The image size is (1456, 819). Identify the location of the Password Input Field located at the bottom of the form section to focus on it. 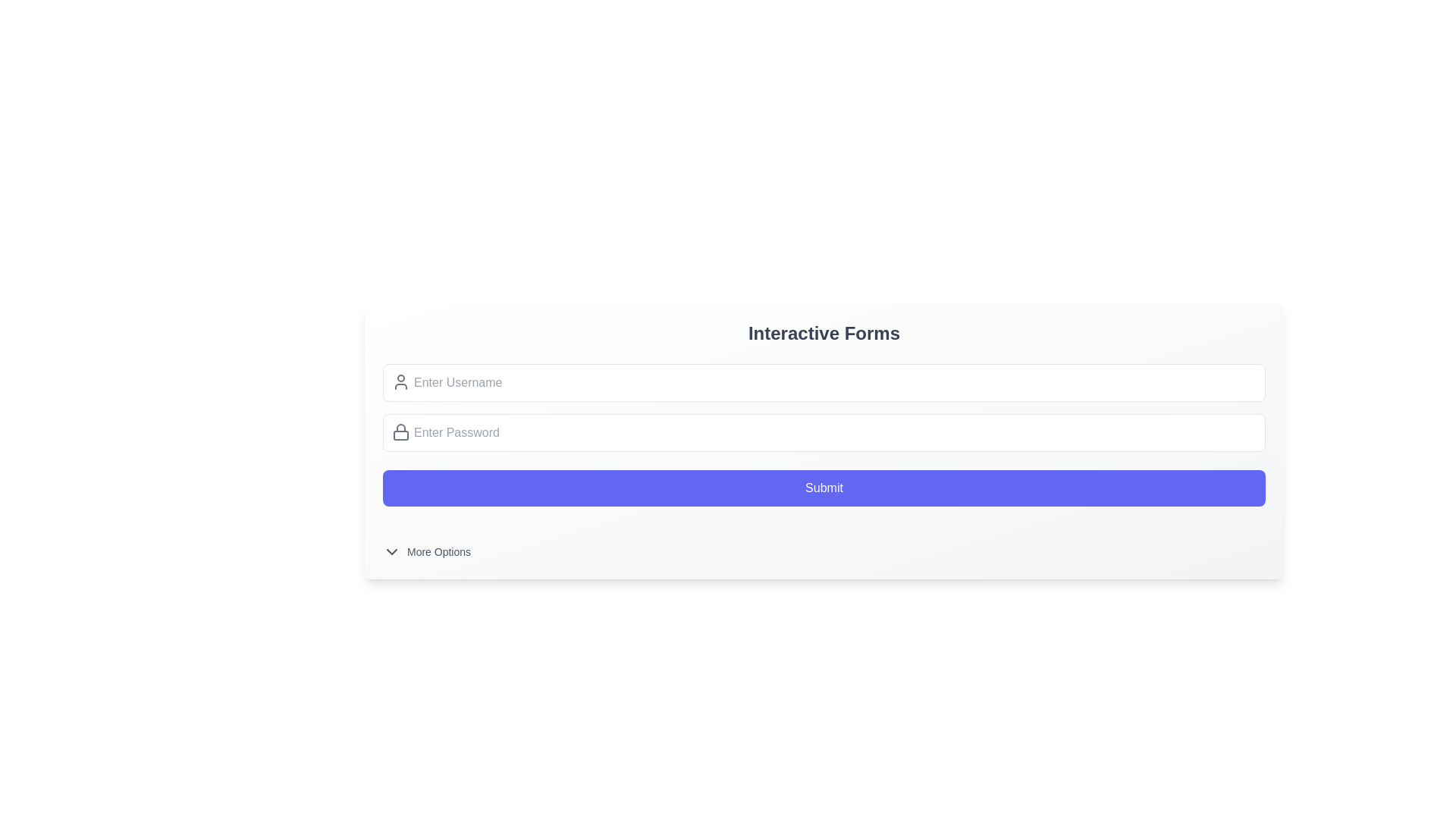
(823, 432).